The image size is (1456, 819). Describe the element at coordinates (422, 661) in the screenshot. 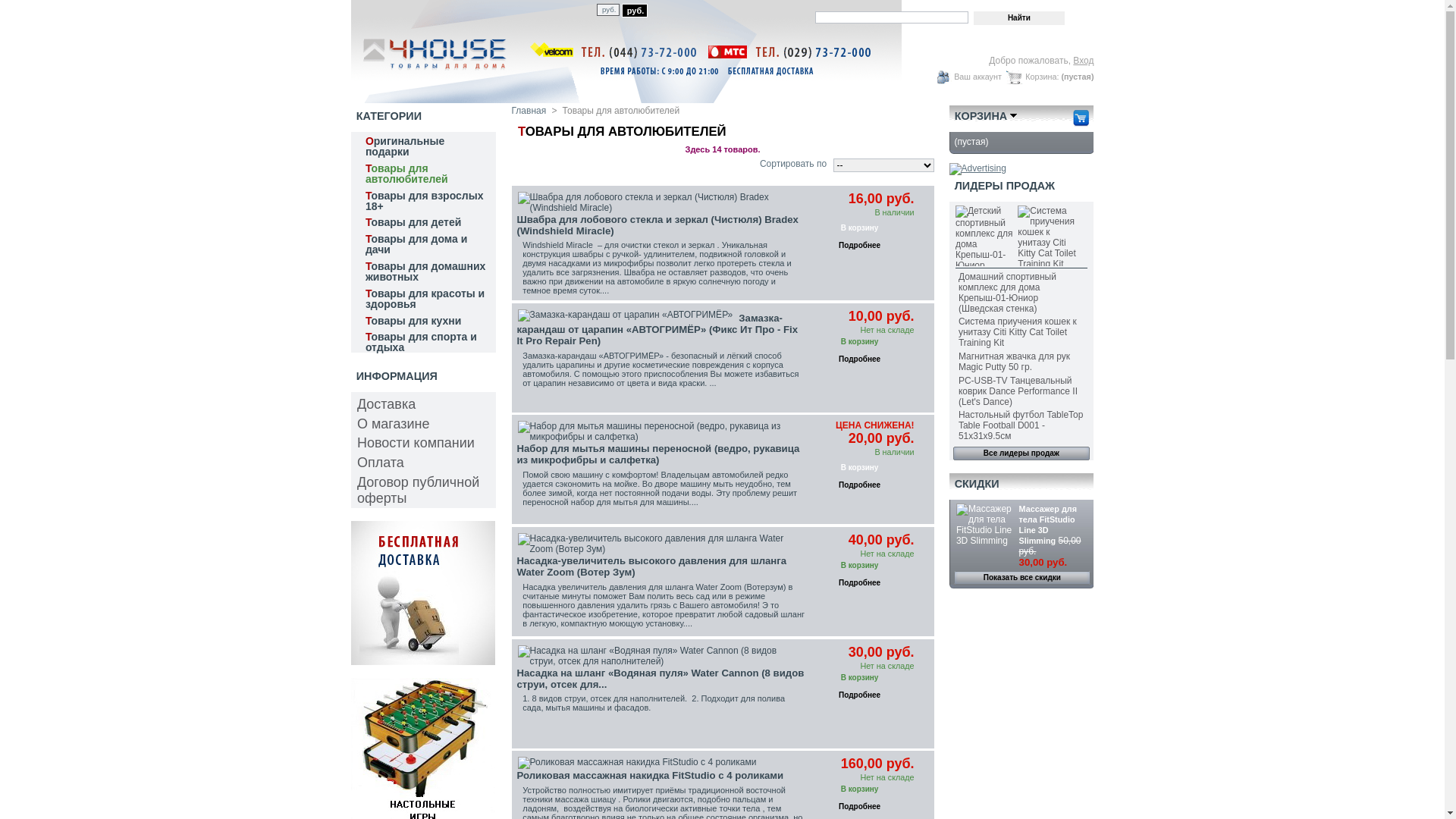

I see `'Advertising'` at that location.